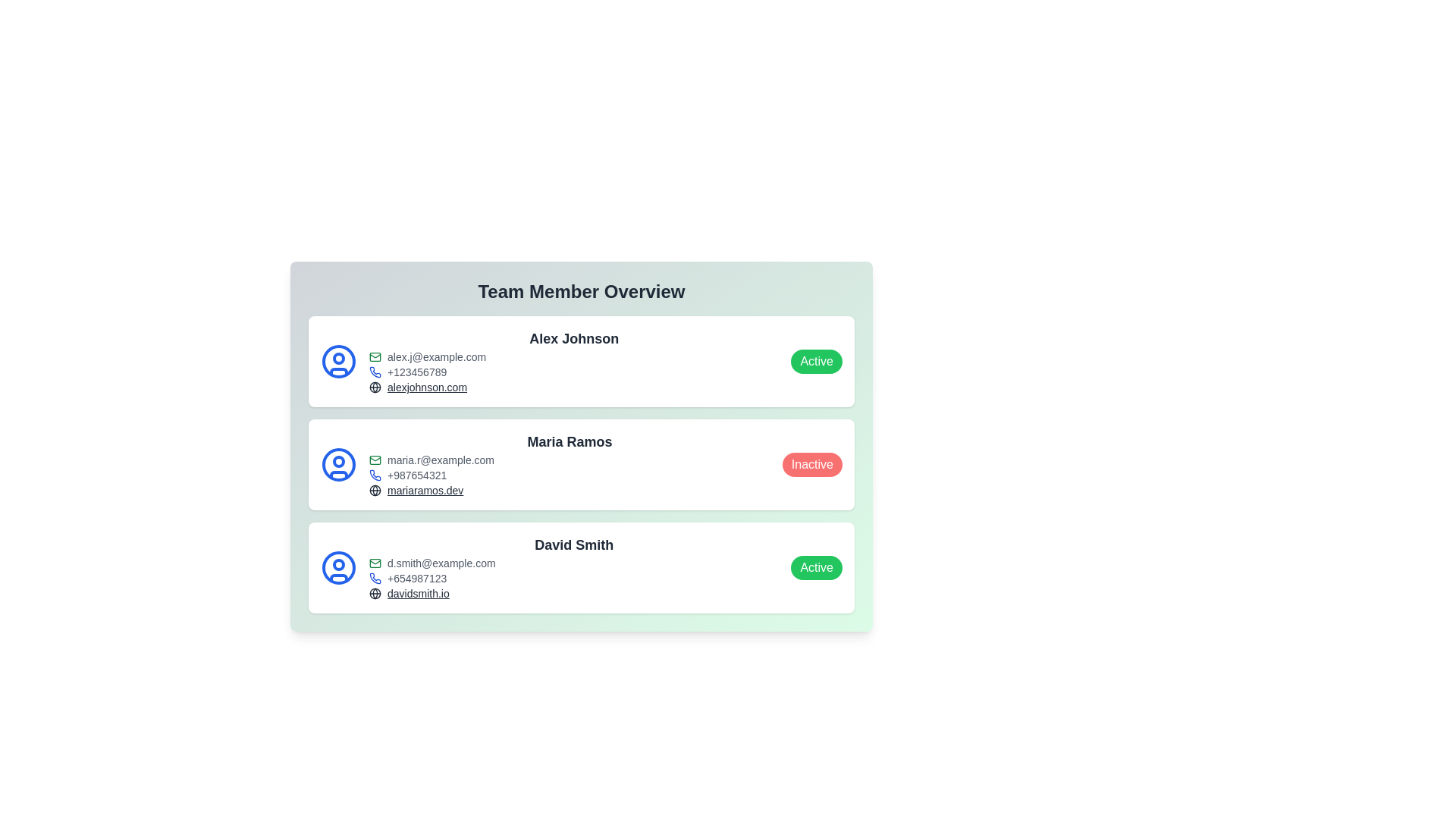  Describe the element at coordinates (375, 356) in the screenshot. I see `the email icon next to Alex Johnson's name to initiate an email` at that location.